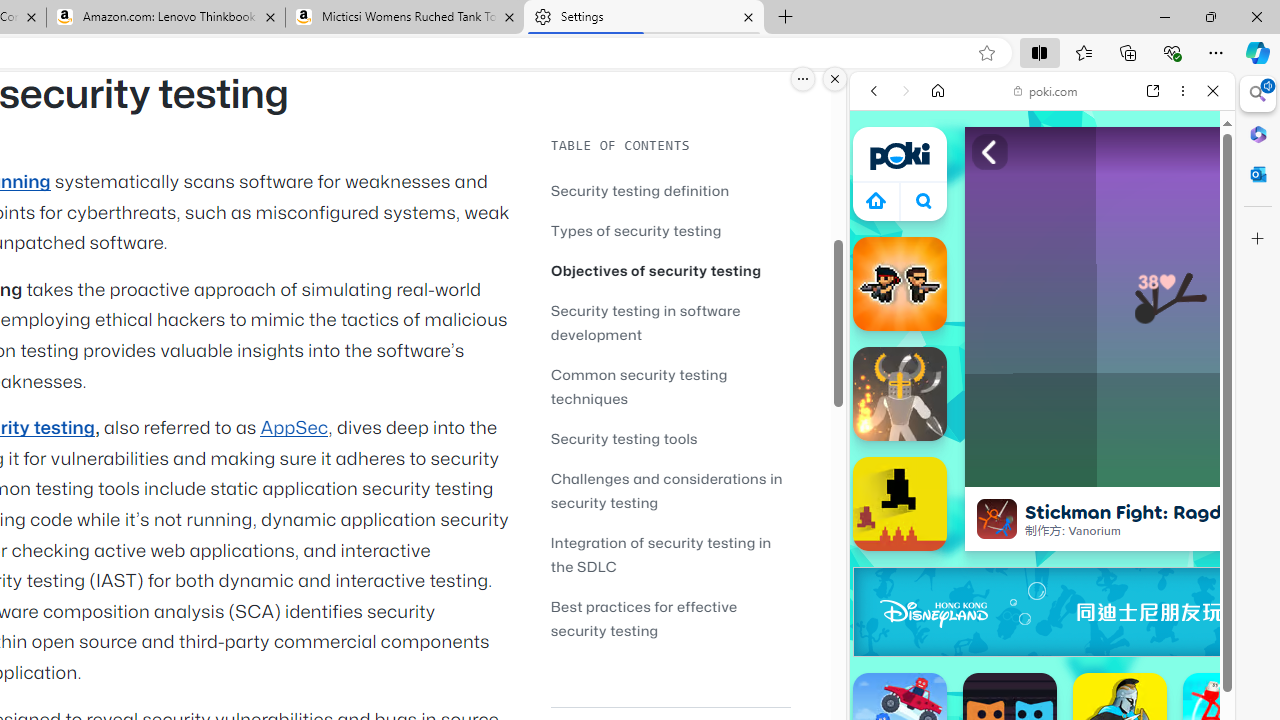 This screenshot has width=1280, height=720. Describe the element at coordinates (1045, 91) in the screenshot. I see `'poki.com'` at that location.